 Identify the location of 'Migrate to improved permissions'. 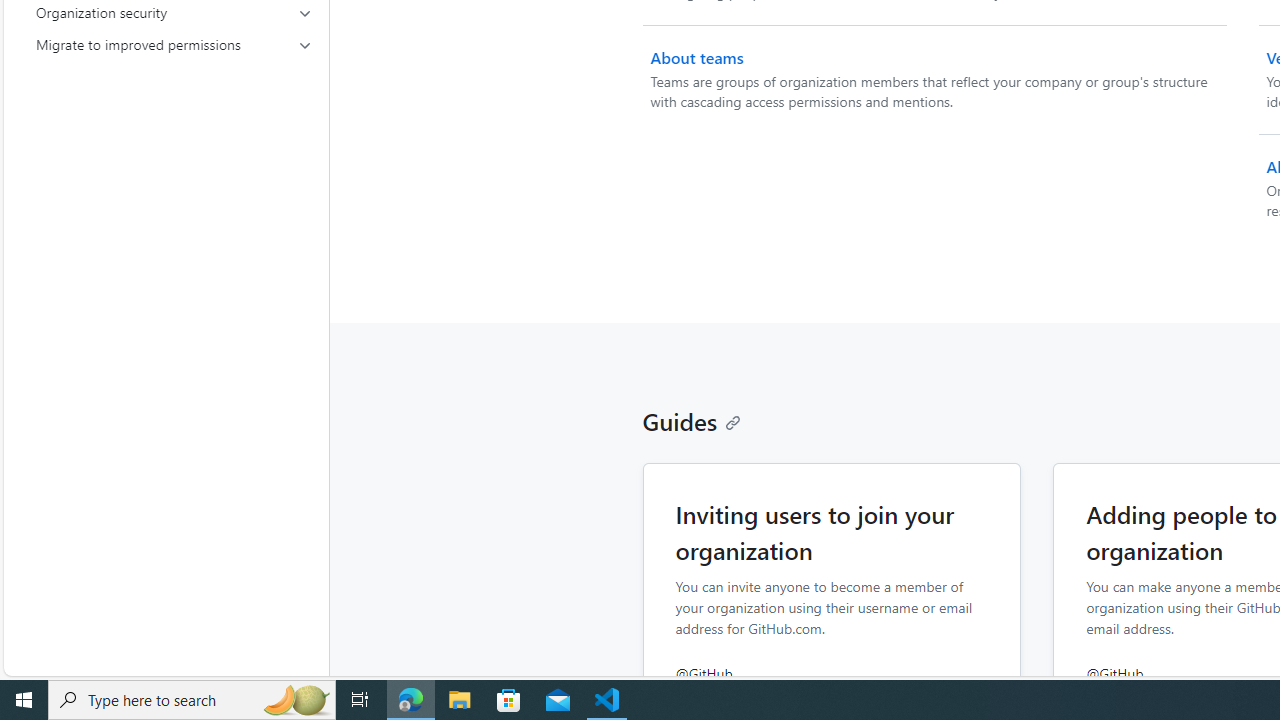
(174, 45).